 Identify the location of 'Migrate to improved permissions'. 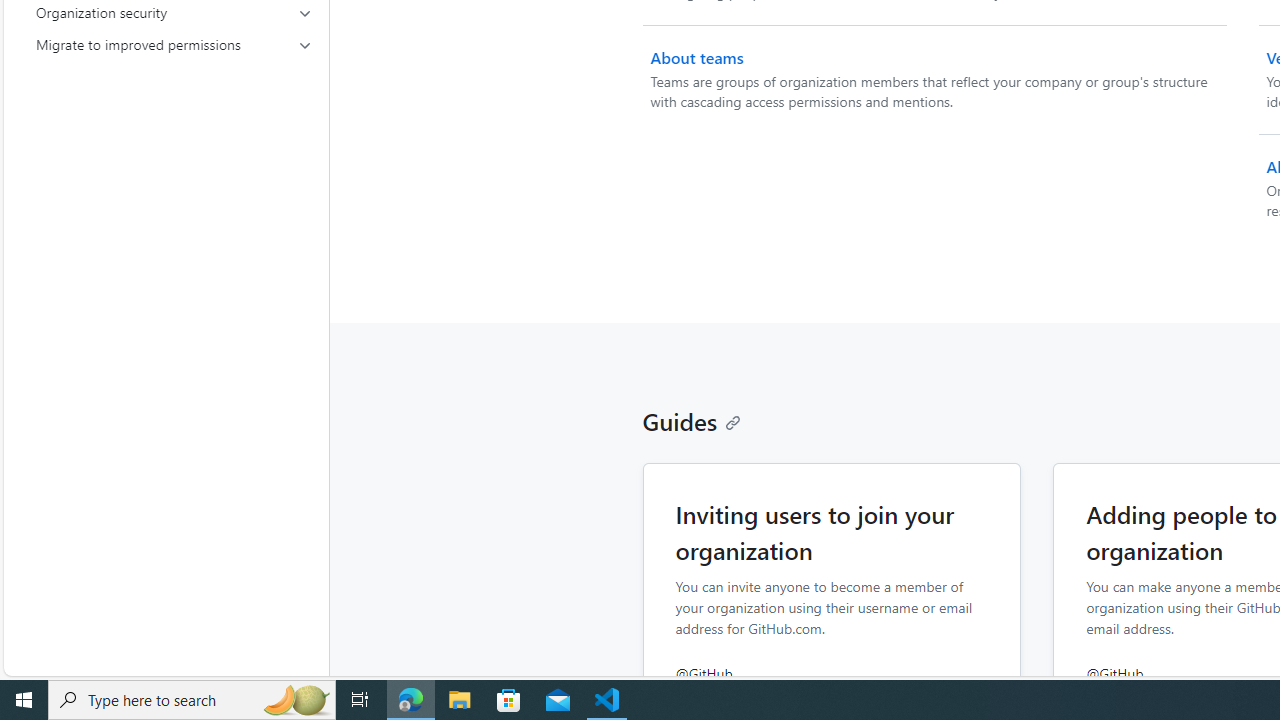
(174, 45).